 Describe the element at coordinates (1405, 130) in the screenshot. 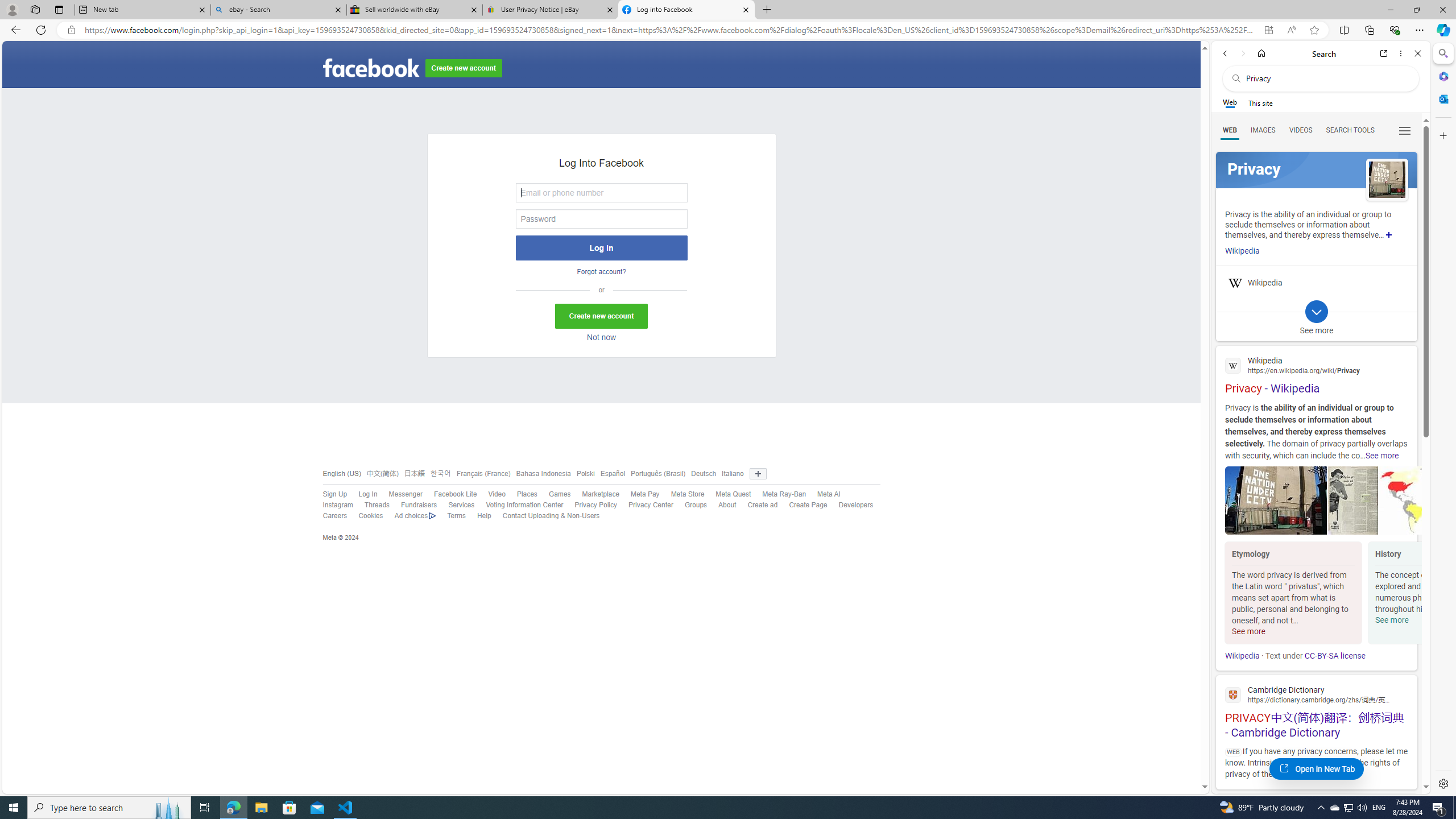

I see `'Class: b_serphb'` at that location.